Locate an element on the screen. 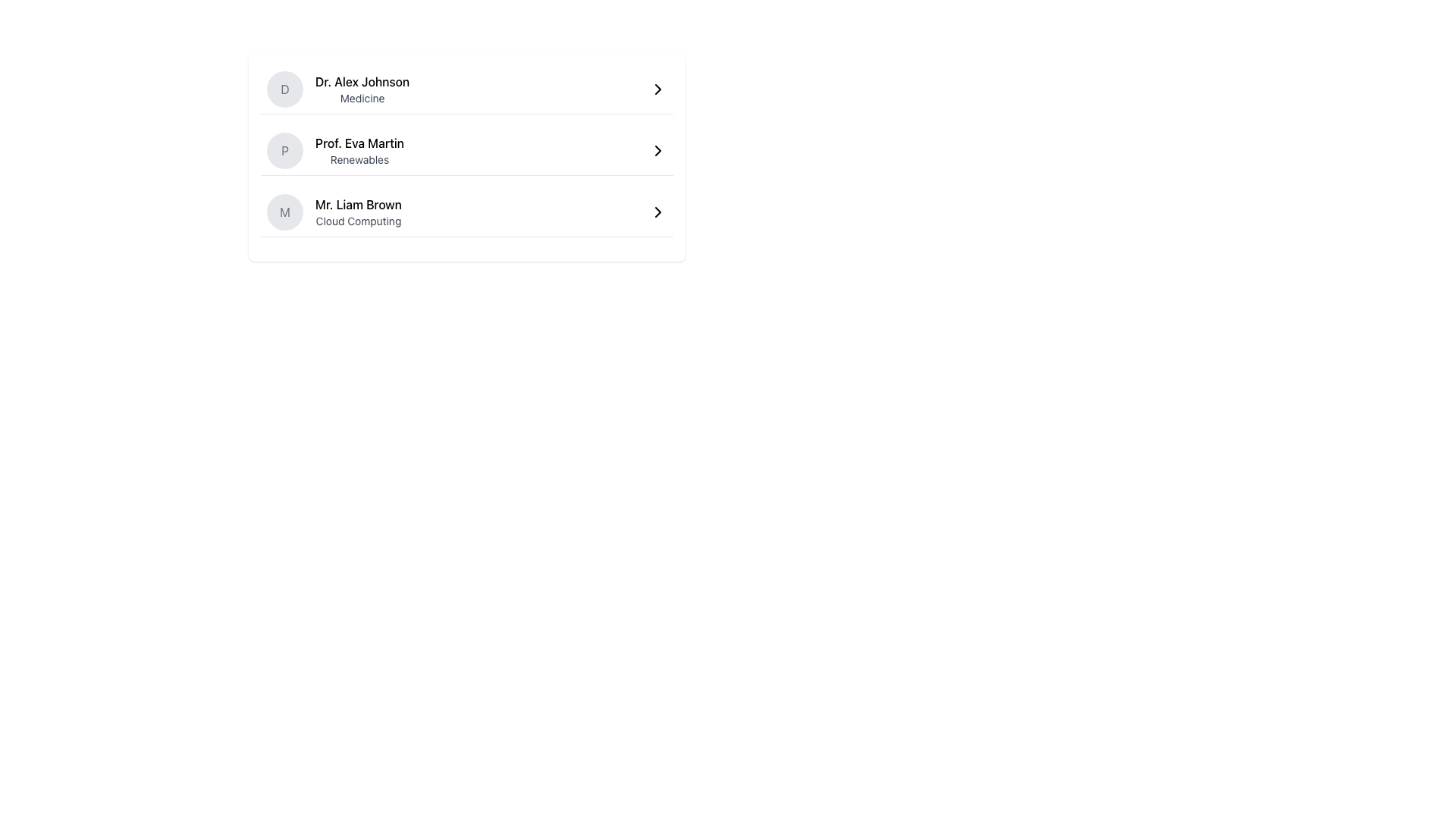  the chevron icon located at the right end of the list item for 'Mr. Liam Brown' with the subtitle 'Cloud Computing' is located at coordinates (658, 212).